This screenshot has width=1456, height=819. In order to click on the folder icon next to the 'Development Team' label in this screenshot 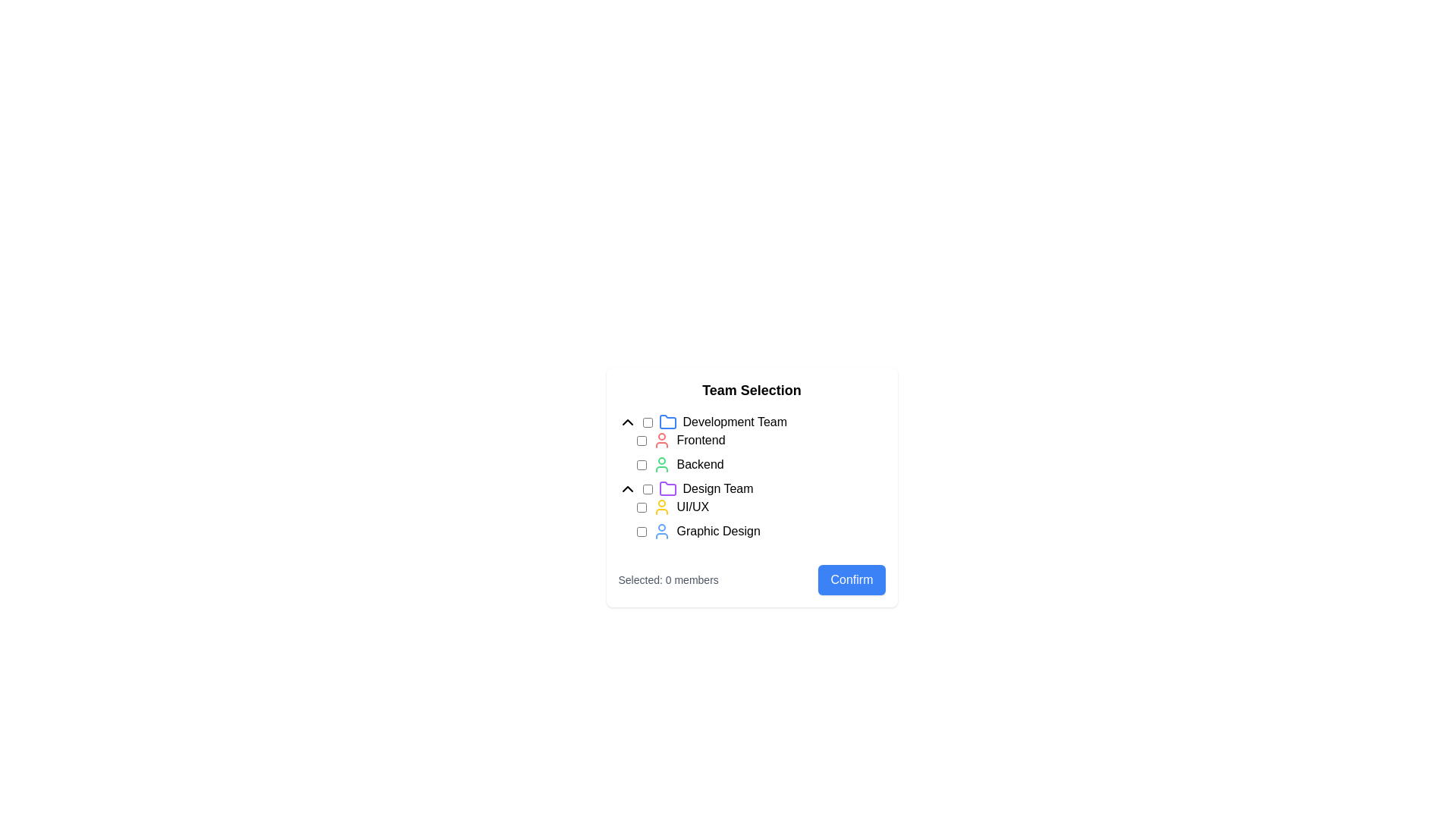, I will do `click(752, 422)`.